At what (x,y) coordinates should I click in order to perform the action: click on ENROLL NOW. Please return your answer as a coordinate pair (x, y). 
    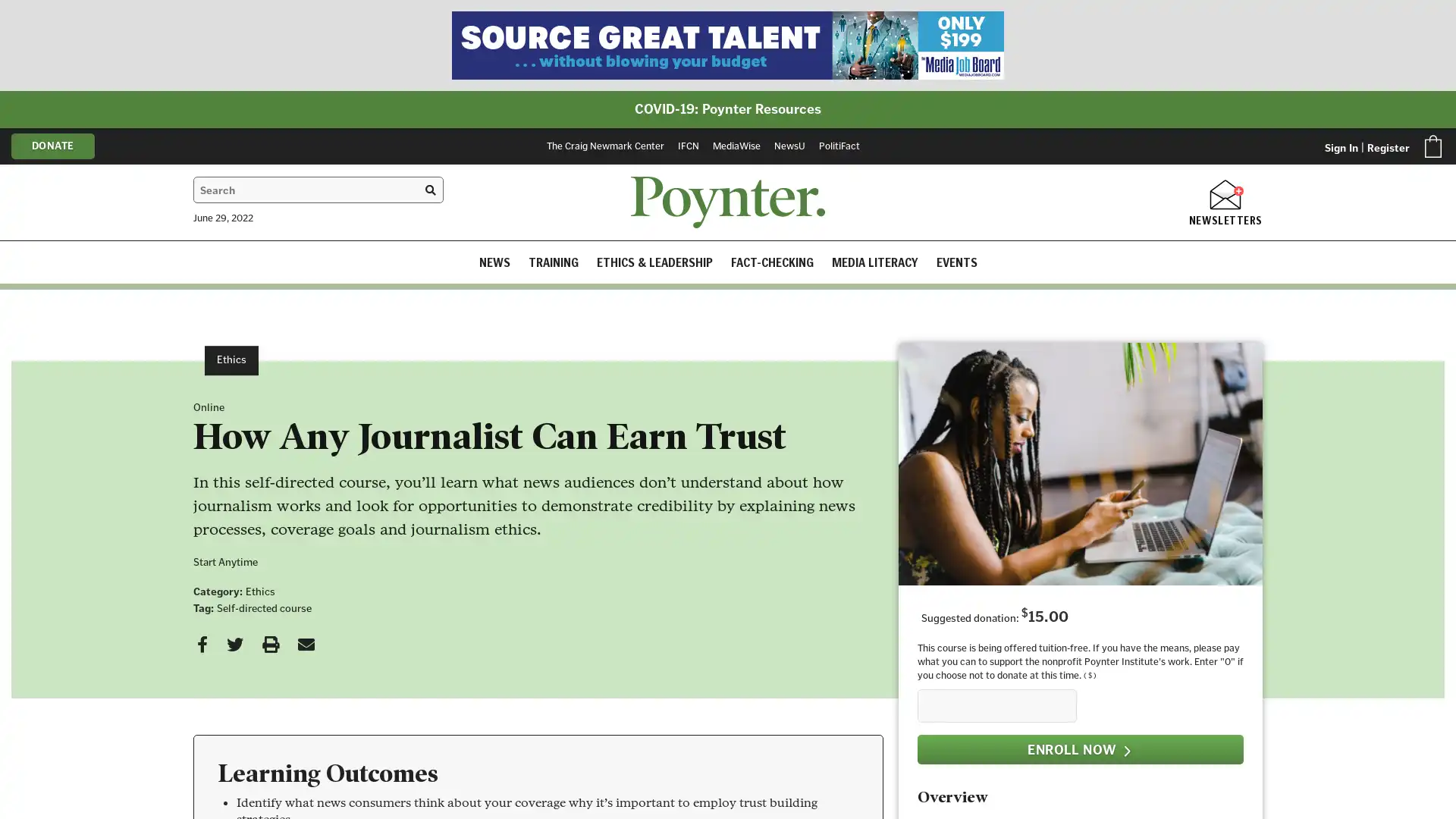
    Looking at the image, I should click on (1080, 718).